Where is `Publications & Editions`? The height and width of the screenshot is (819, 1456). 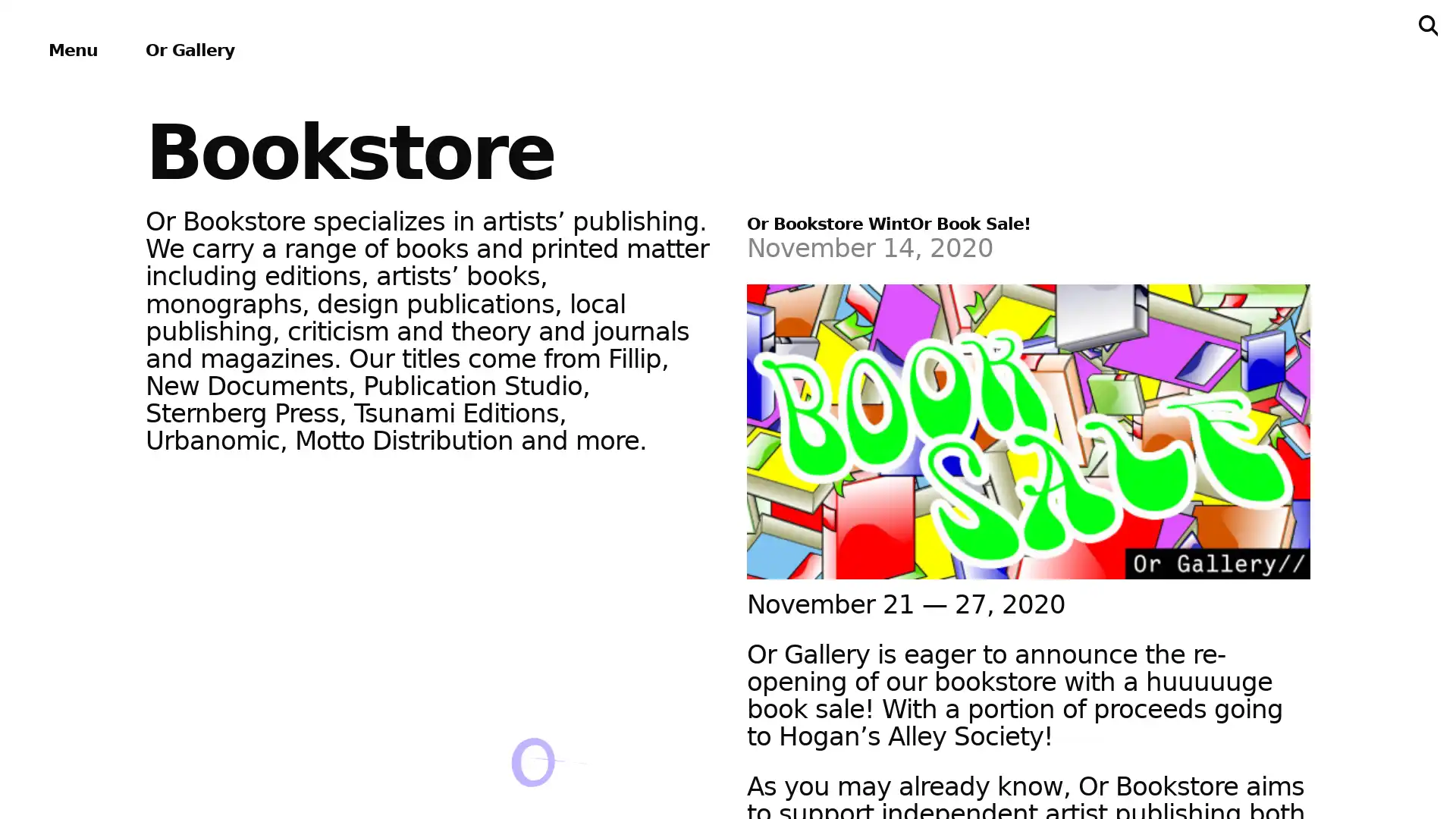
Publications & Editions is located at coordinates (329, 334).